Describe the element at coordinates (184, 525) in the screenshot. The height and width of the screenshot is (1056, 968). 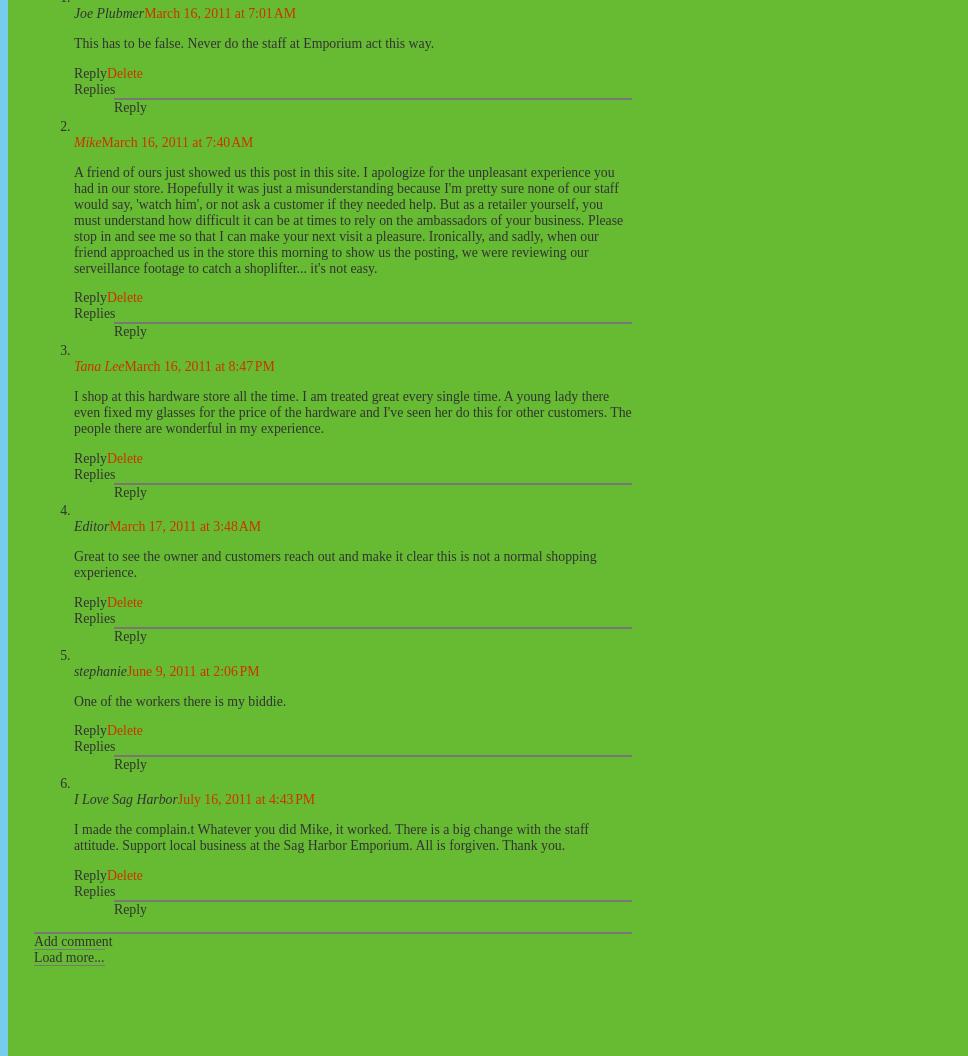
I see `'March 17, 2011 at 3:48 AM'` at that location.